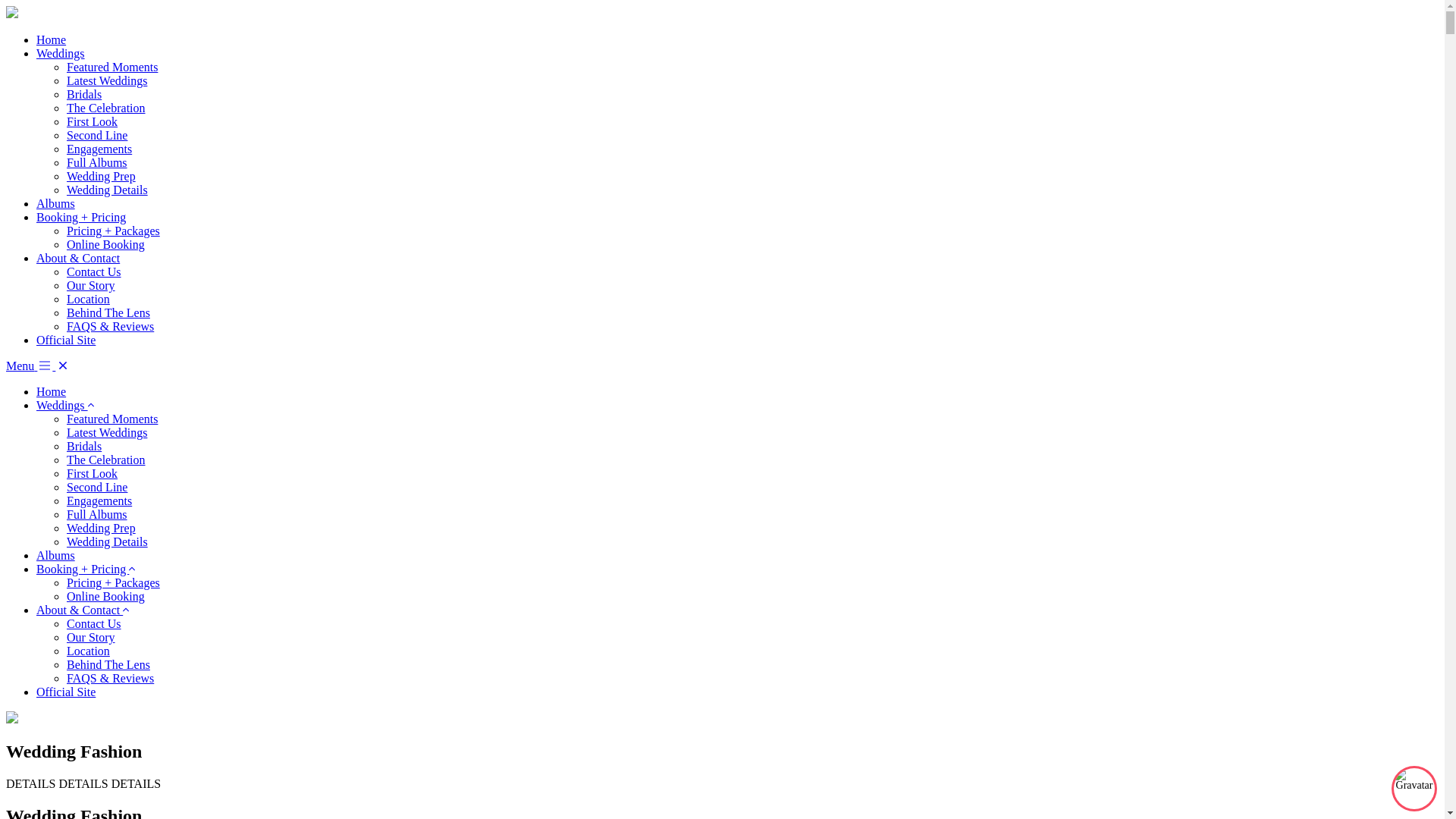  Describe the element at coordinates (30, 366) in the screenshot. I see `'Menu'` at that location.